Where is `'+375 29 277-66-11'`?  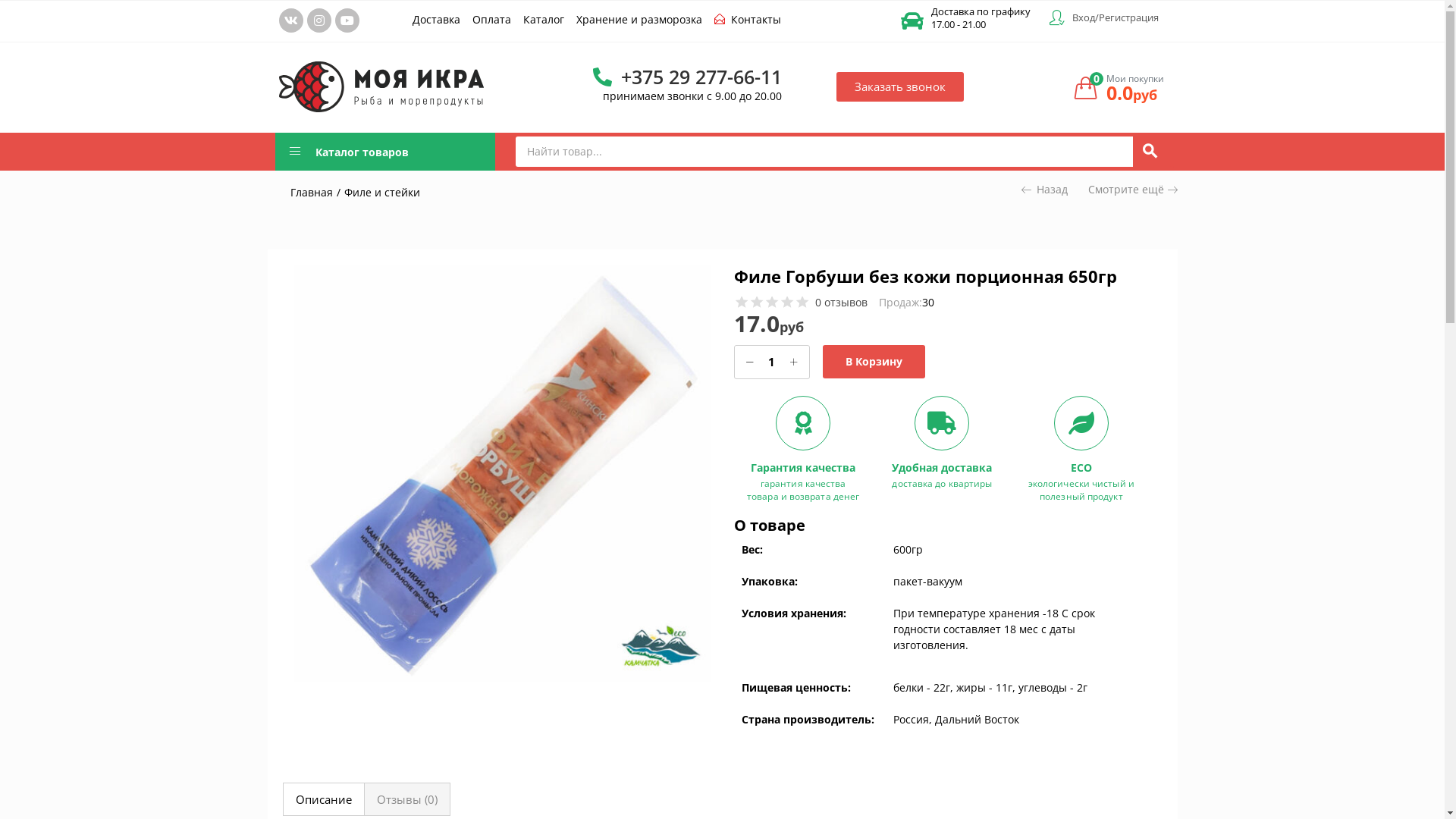 '+375 29 277-66-11' is located at coordinates (686, 76).